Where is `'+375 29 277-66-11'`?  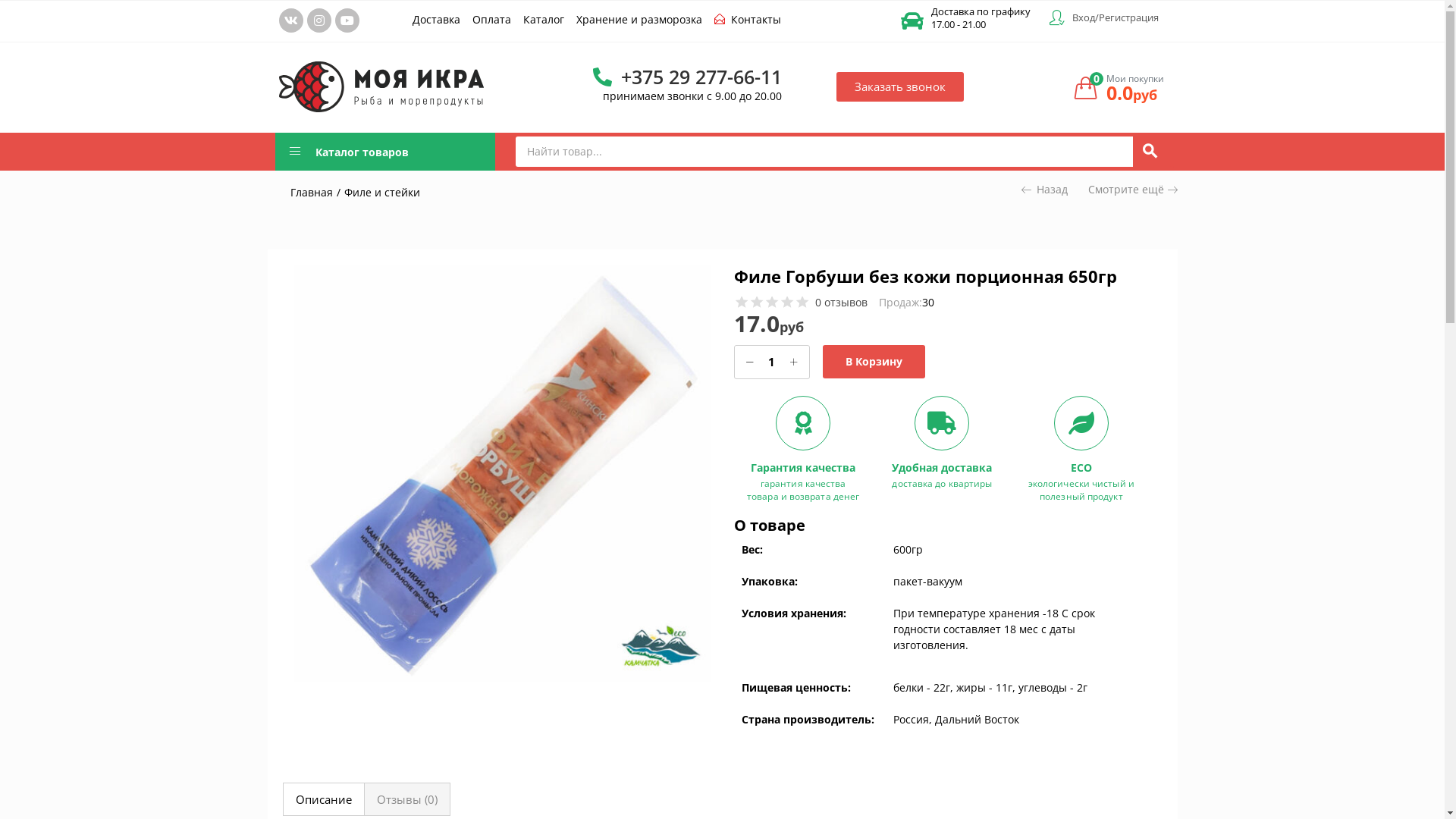 '+375 29 277-66-11' is located at coordinates (686, 76).